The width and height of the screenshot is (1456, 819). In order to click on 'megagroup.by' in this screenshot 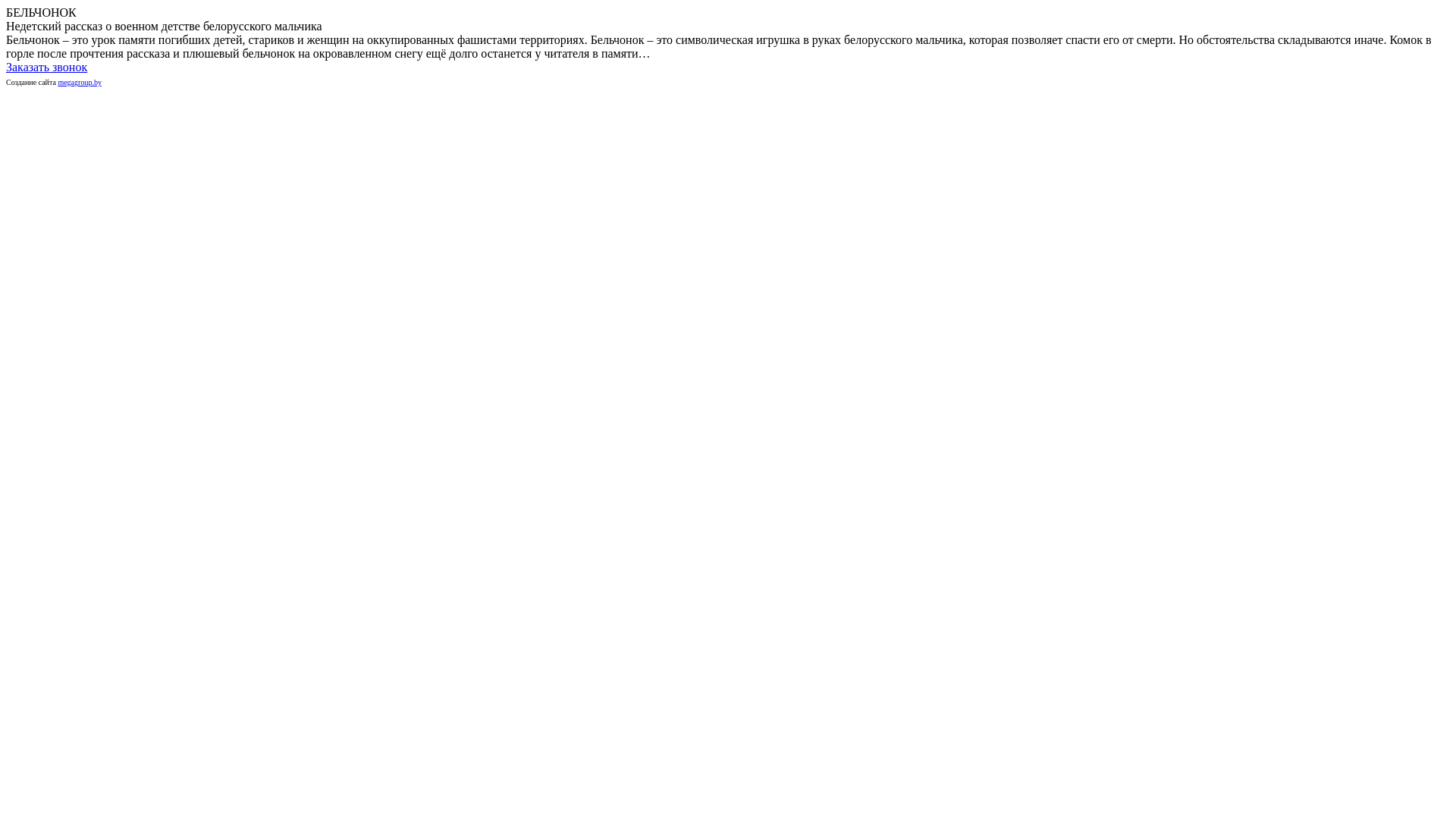, I will do `click(79, 82)`.